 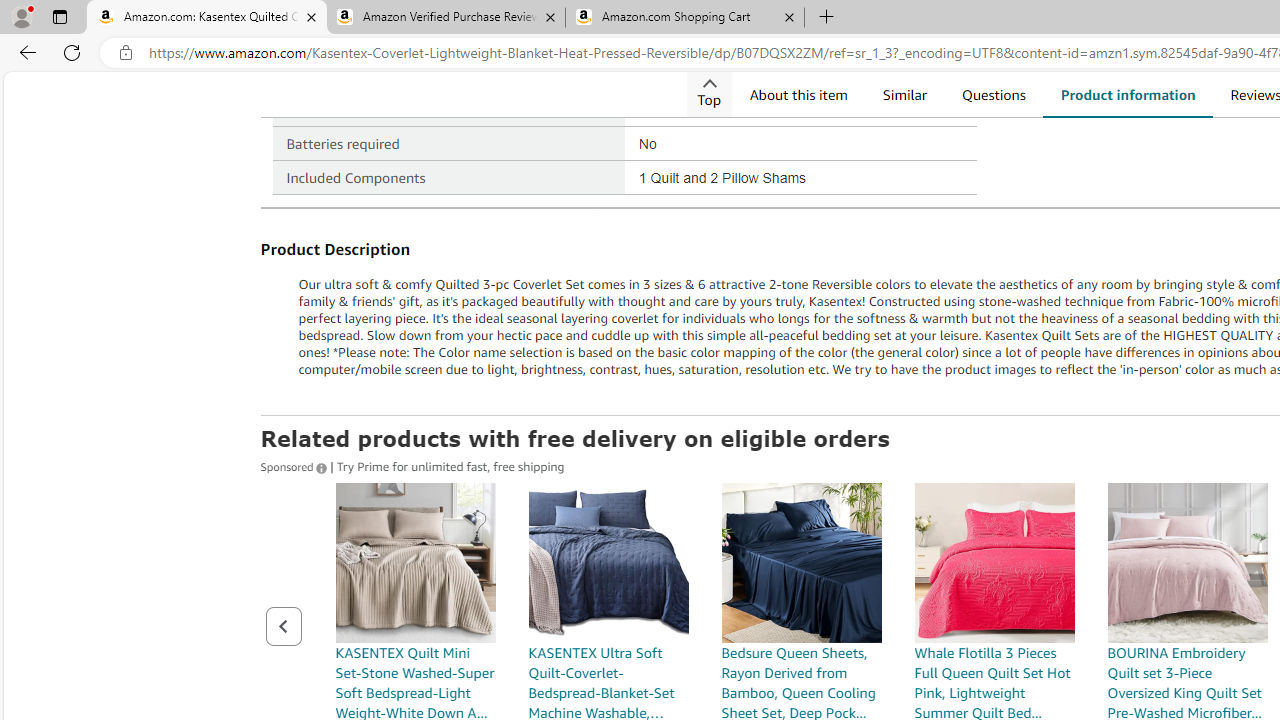 I want to click on 'Amazon.com Shopping Cart', so click(x=684, y=17).